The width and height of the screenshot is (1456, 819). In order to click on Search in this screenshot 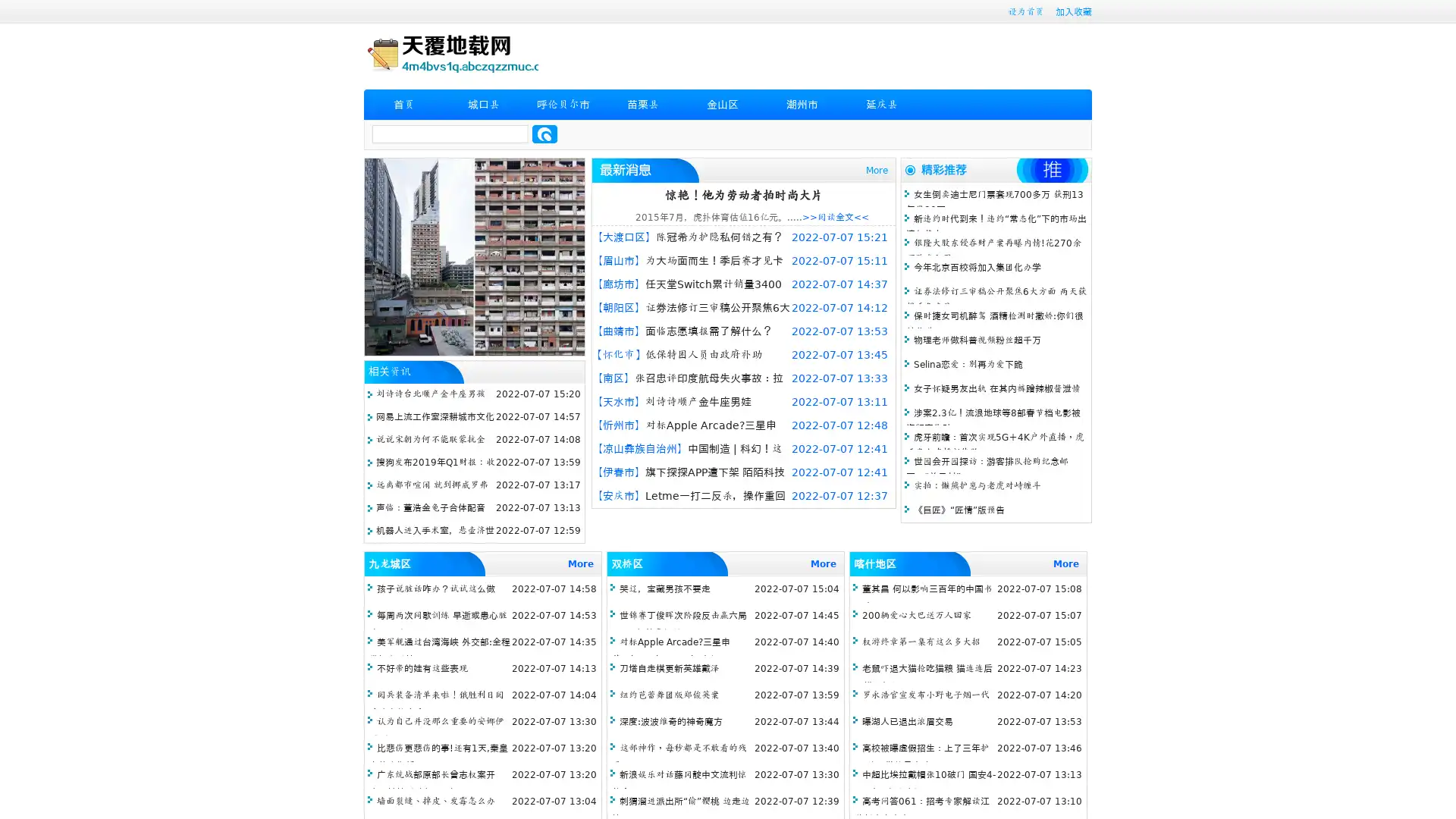, I will do `click(544, 133)`.